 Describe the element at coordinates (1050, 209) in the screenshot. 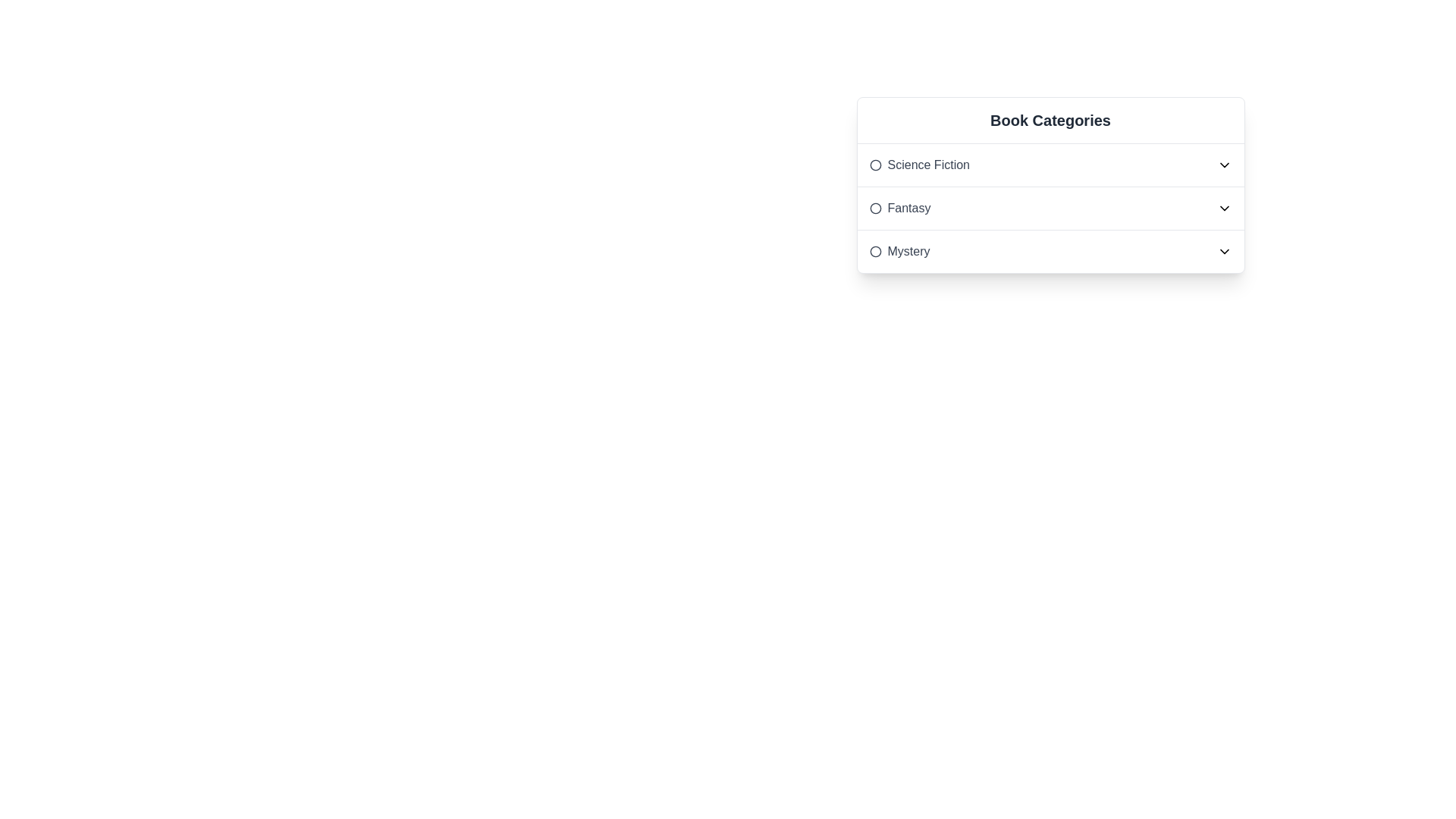

I see `the 'Fantasy' category in the dropdown list` at that location.